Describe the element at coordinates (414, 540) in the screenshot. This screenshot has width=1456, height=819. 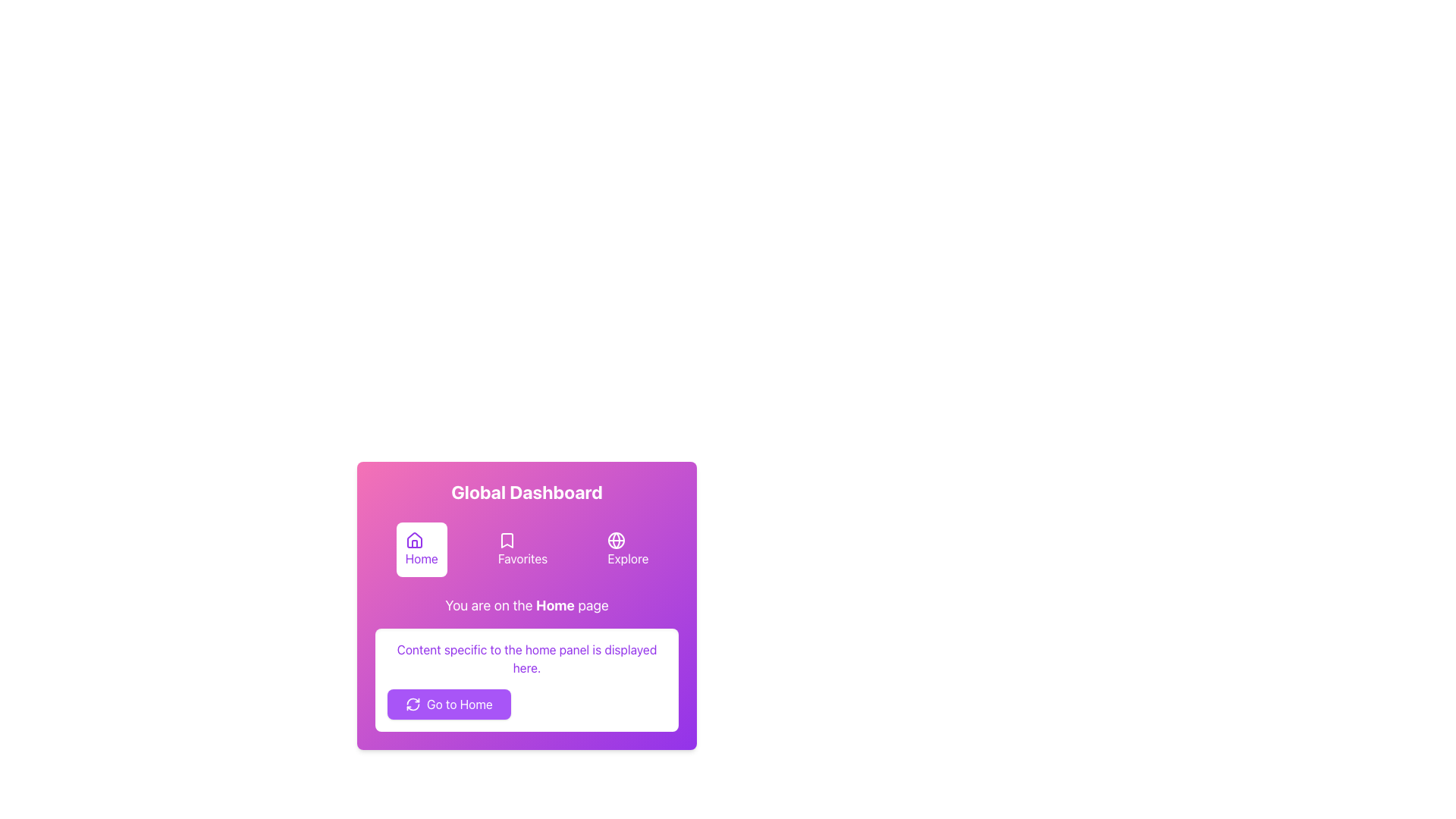
I see `the house-shaped icon with a purple stroke, which is positioned above the 'Home' label in the top row of the purple and white card interface` at that location.